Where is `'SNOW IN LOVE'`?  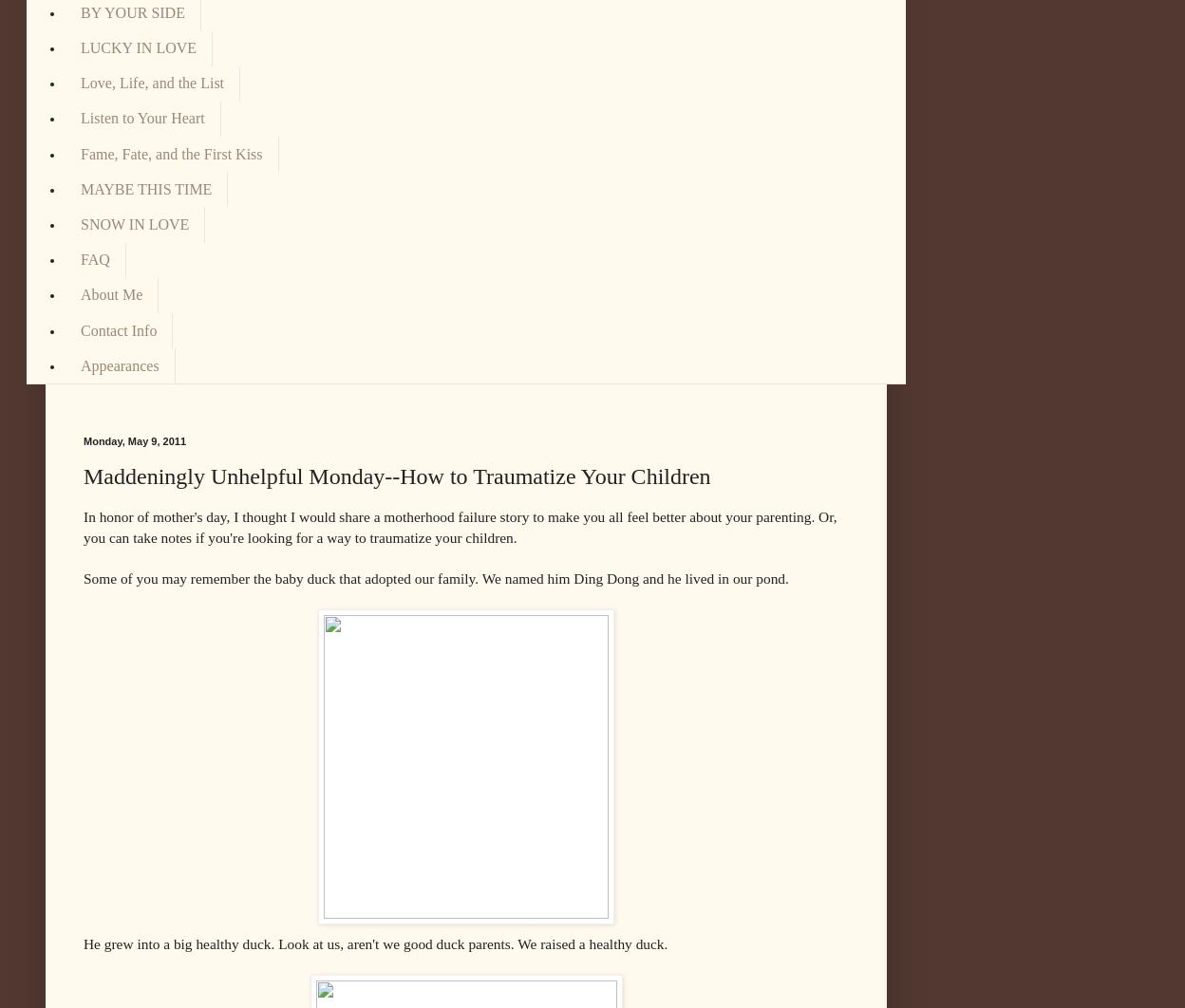
'SNOW IN LOVE' is located at coordinates (135, 224).